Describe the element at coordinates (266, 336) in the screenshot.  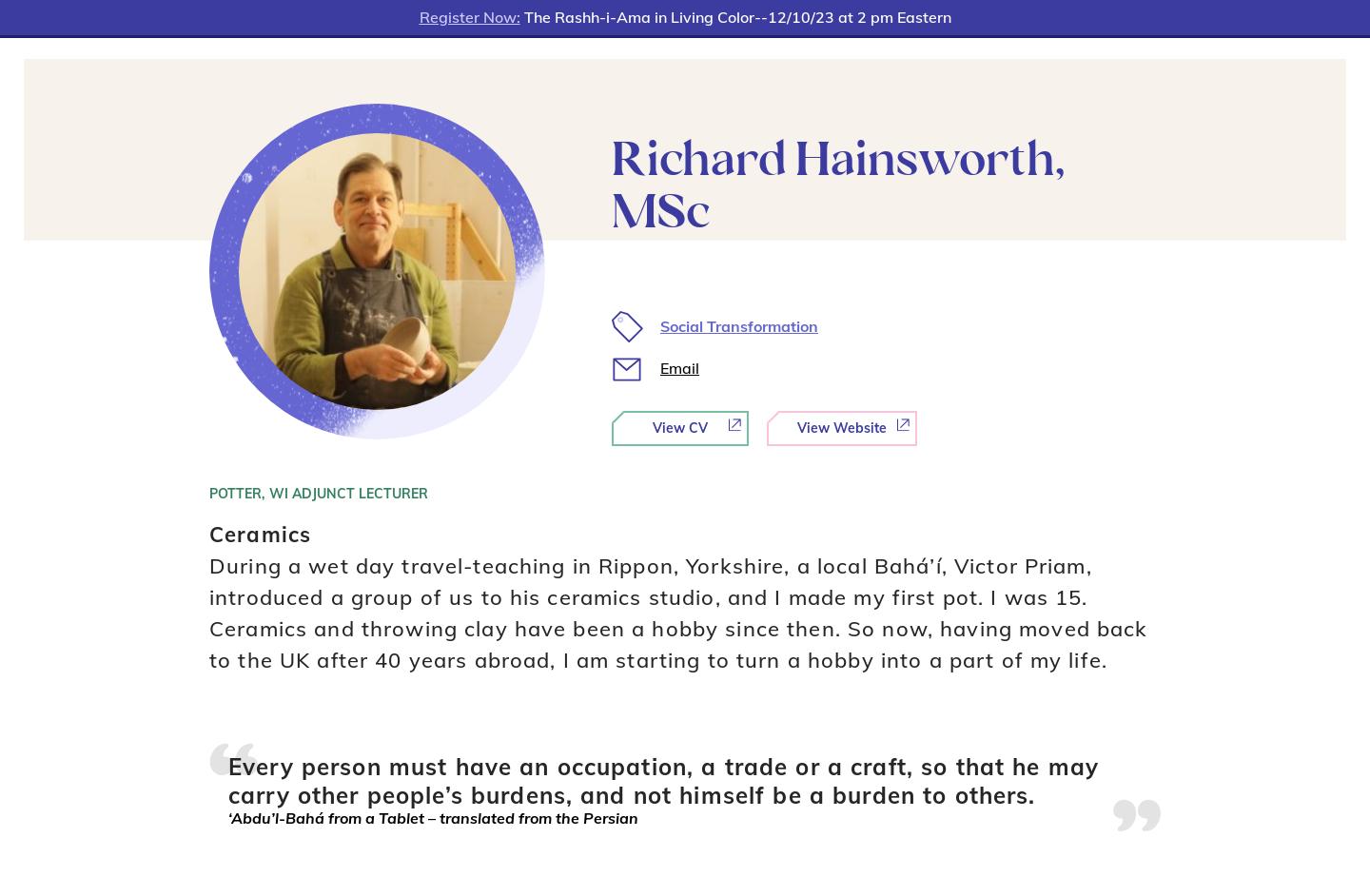
I see `'EXTENSION'` at that location.